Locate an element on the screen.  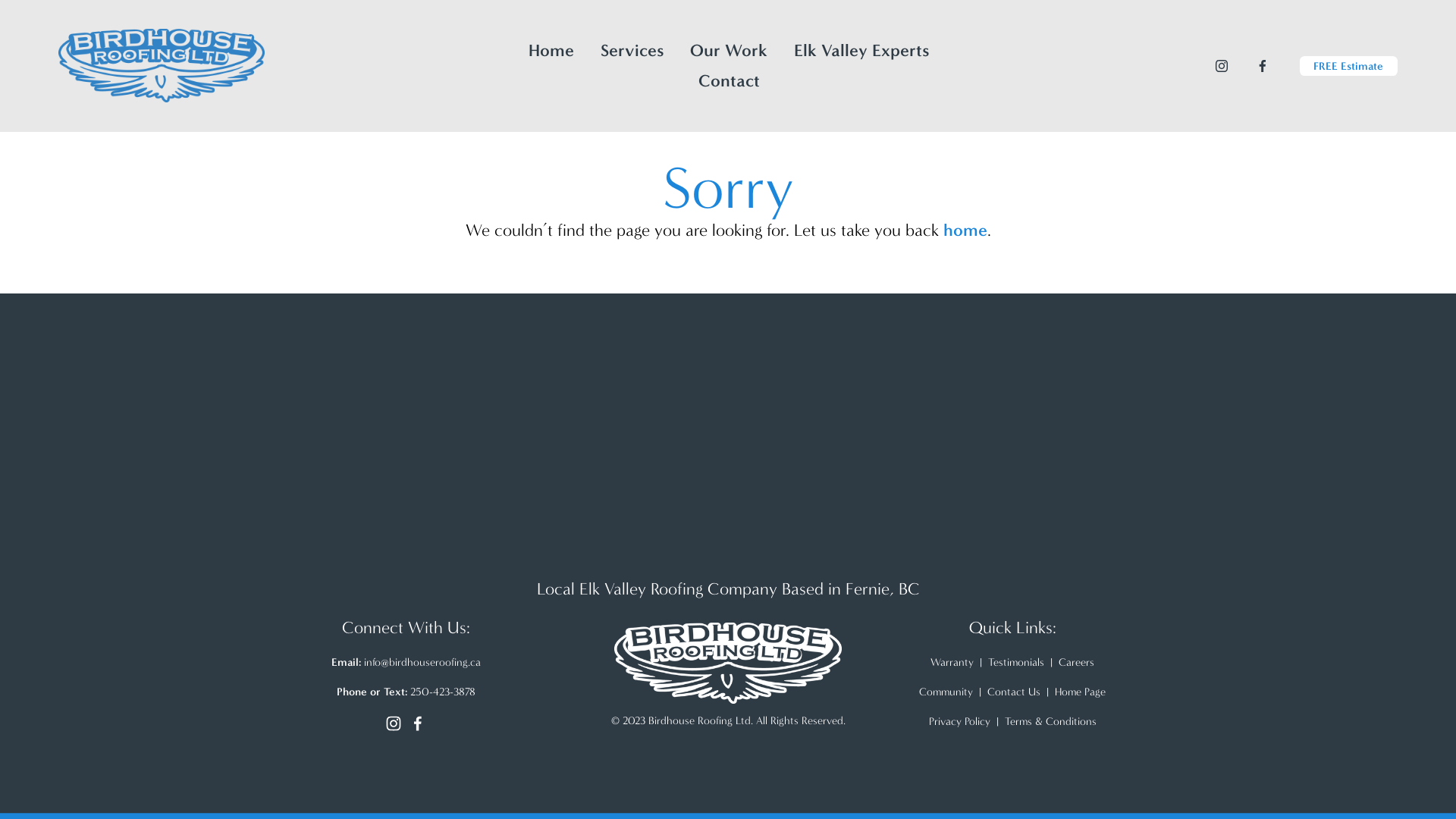
'Elk Valley Experts' is located at coordinates (861, 49).